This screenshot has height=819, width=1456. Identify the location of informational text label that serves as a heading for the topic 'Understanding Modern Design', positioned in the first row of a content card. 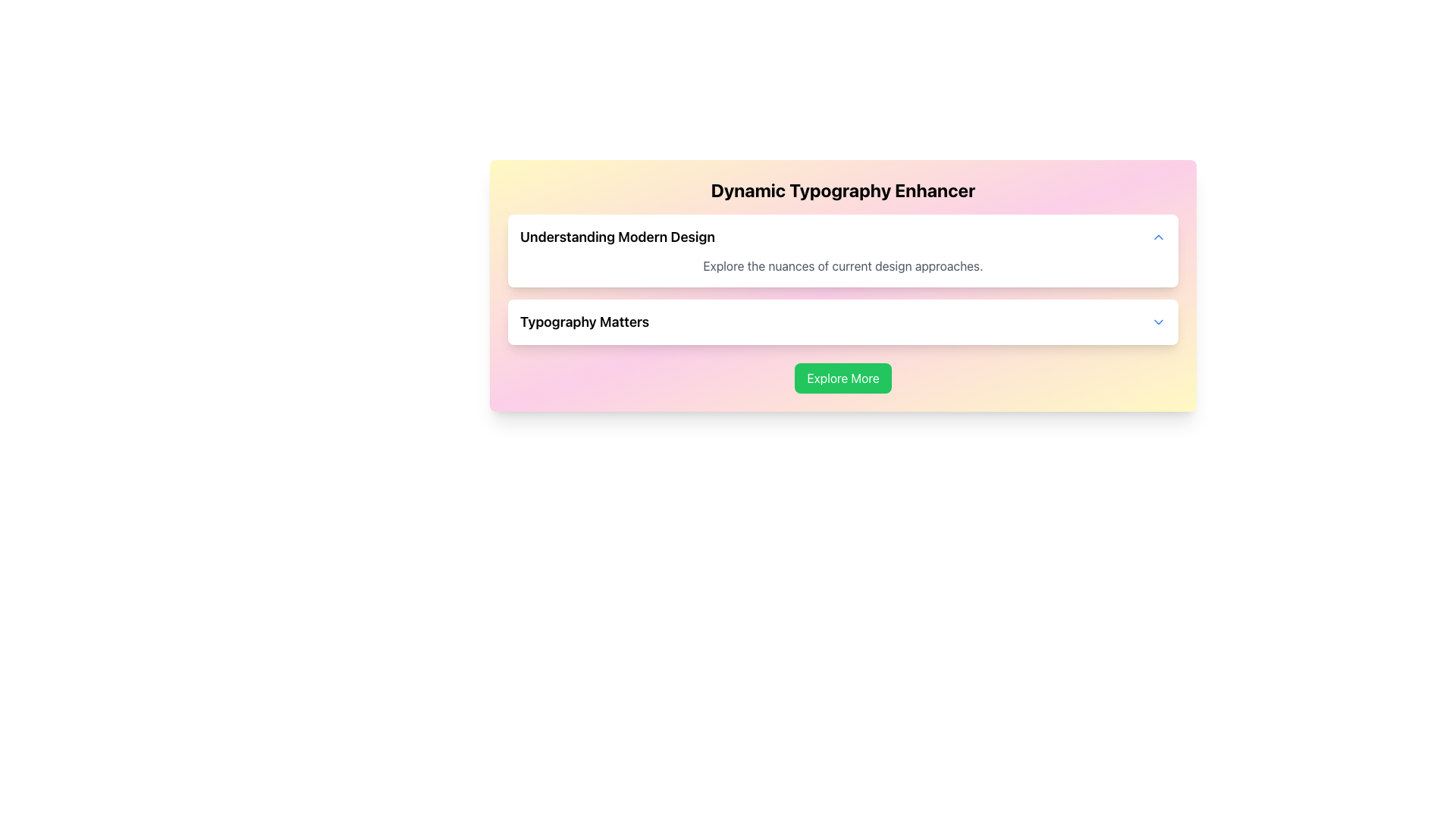
(617, 237).